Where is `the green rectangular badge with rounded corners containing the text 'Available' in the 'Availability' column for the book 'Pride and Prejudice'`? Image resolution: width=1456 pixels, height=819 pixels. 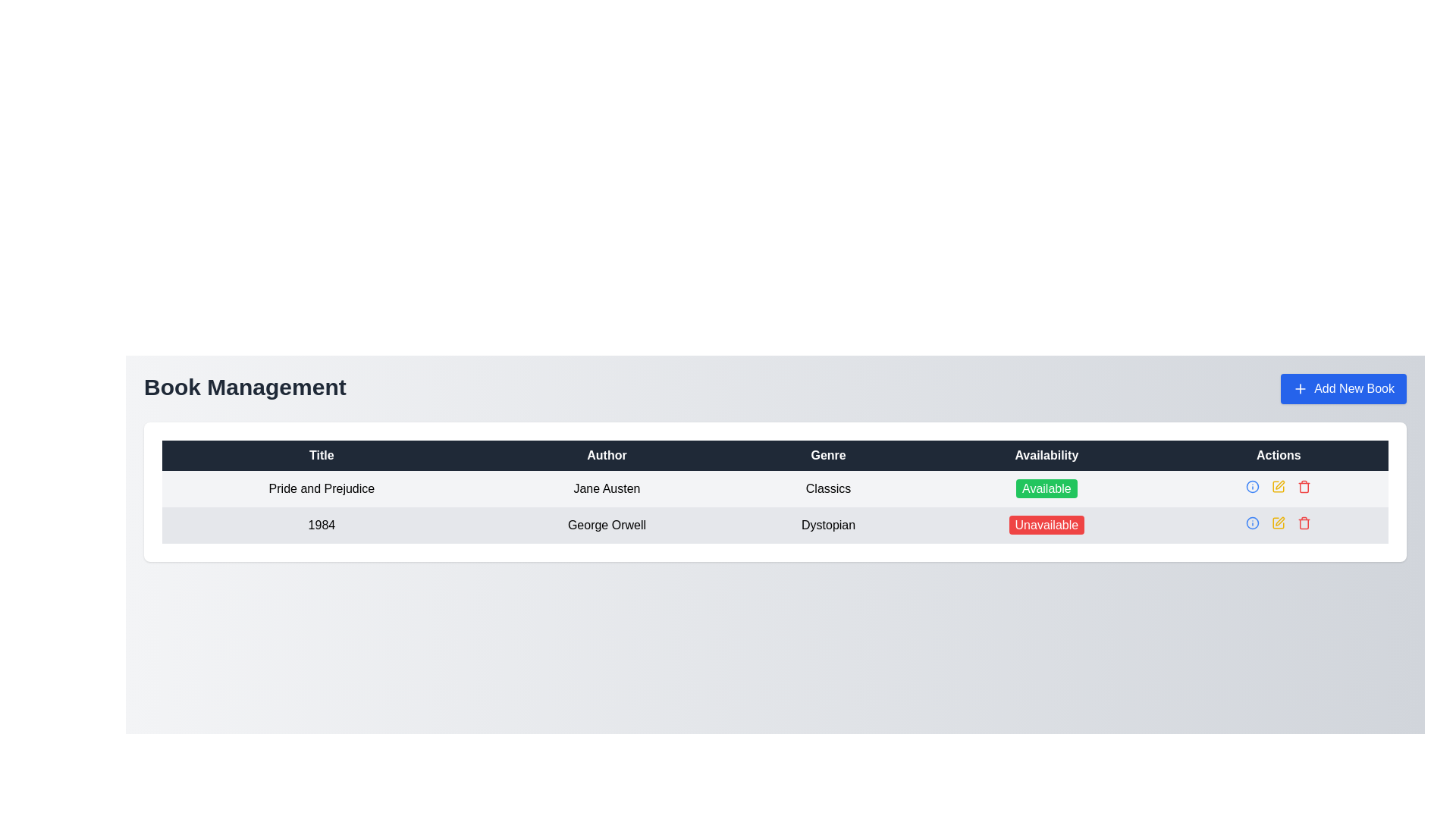 the green rectangular badge with rounded corners containing the text 'Available' in the 'Availability' column for the book 'Pride and Prejudice' is located at coordinates (1046, 488).